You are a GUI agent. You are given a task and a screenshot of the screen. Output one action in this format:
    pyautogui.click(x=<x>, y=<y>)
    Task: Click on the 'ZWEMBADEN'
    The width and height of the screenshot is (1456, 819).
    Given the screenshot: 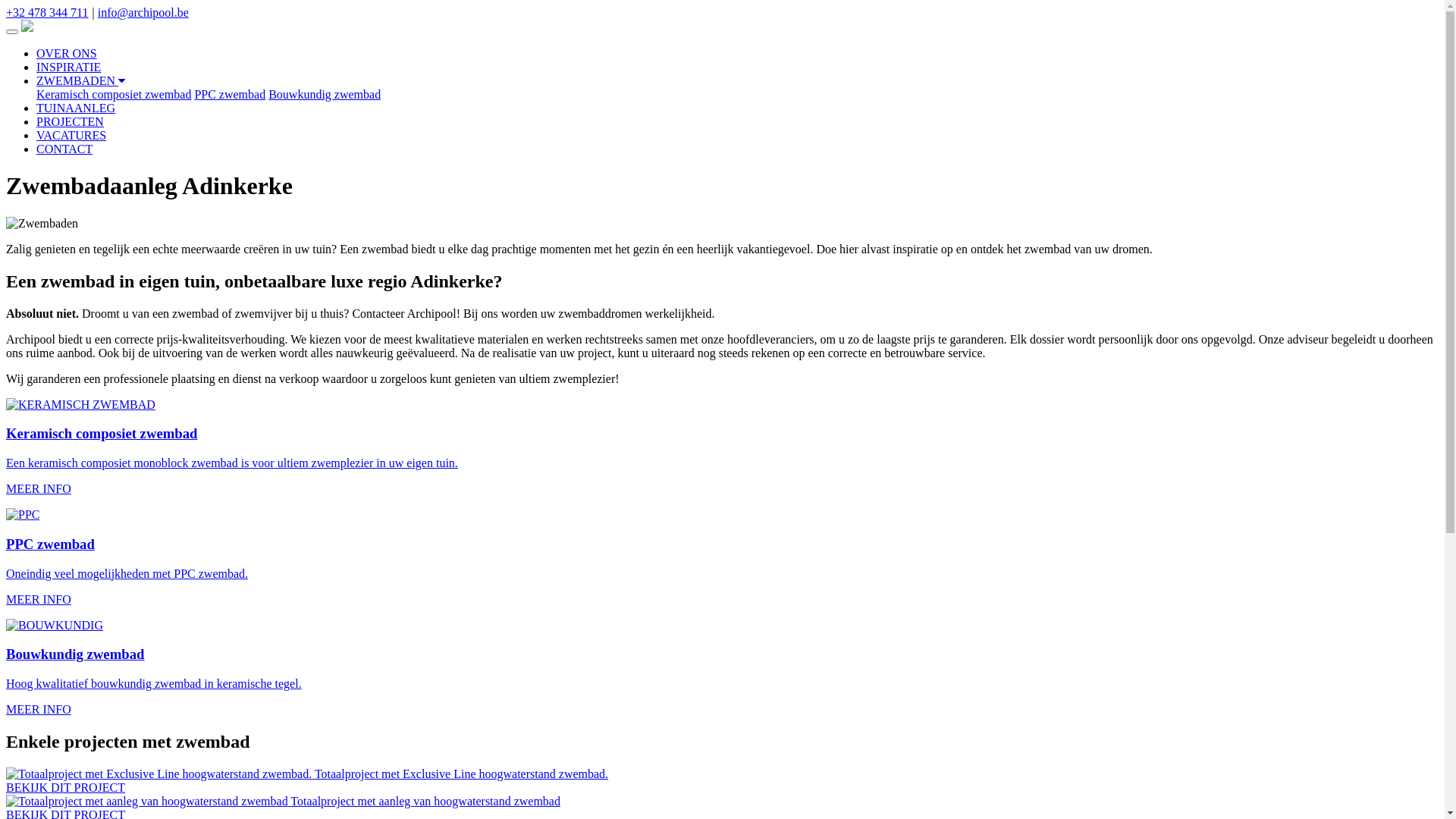 What is the action you would take?
    pyautogui.click(x=80, y=80)
    